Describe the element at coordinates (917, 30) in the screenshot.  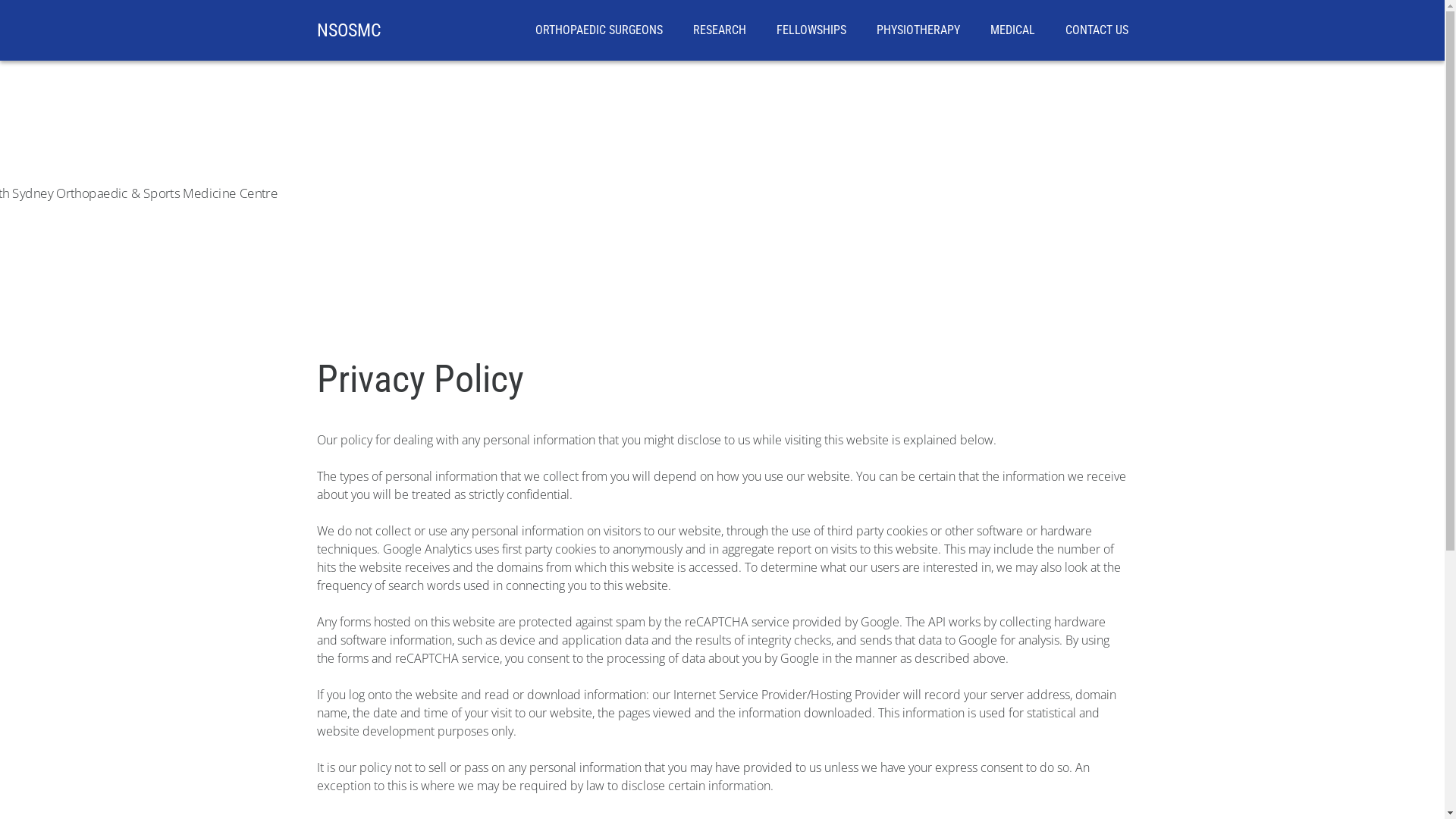
I see `'PHYSIOTHERAPY'` at that location.